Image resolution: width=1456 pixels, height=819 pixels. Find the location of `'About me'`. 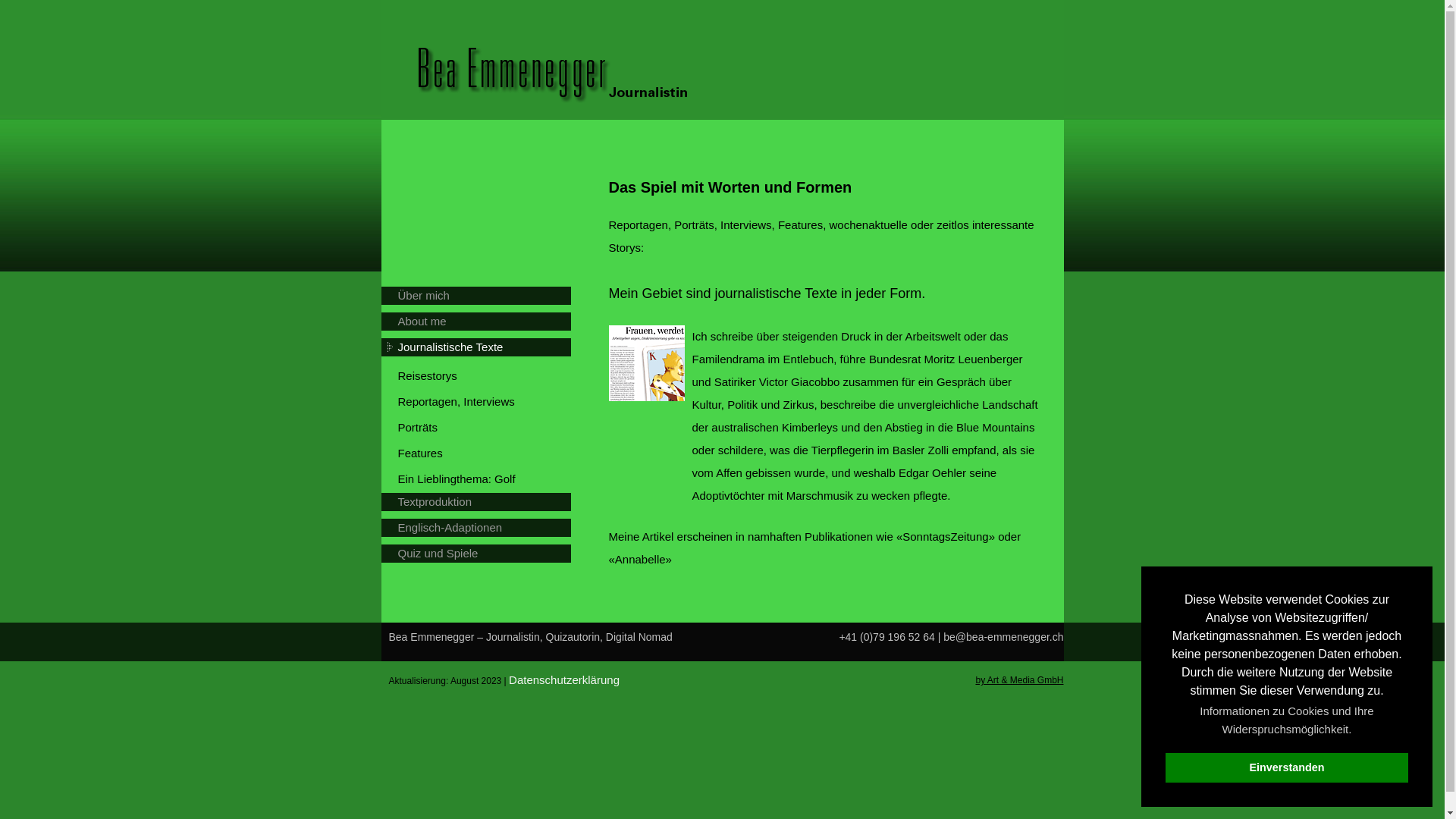

'About me' is located at coordinates (481, 321).